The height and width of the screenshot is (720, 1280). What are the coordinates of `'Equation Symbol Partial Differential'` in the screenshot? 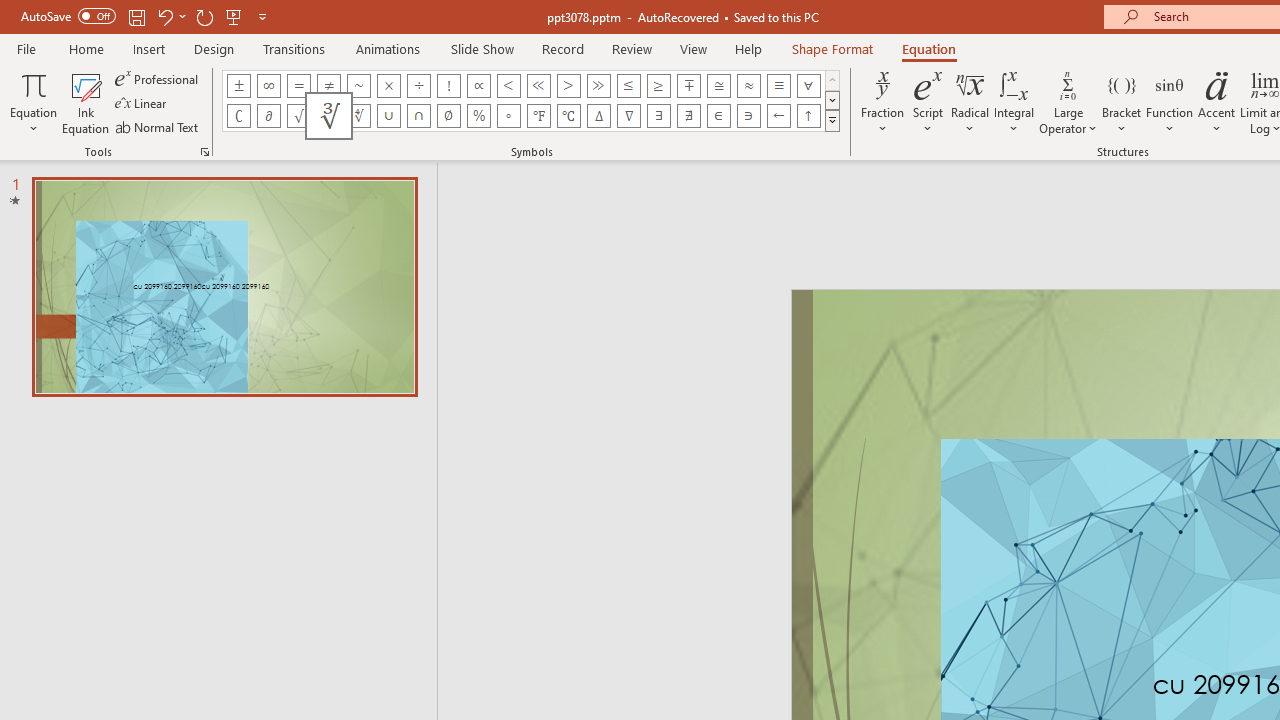 It's located at (267, 115).